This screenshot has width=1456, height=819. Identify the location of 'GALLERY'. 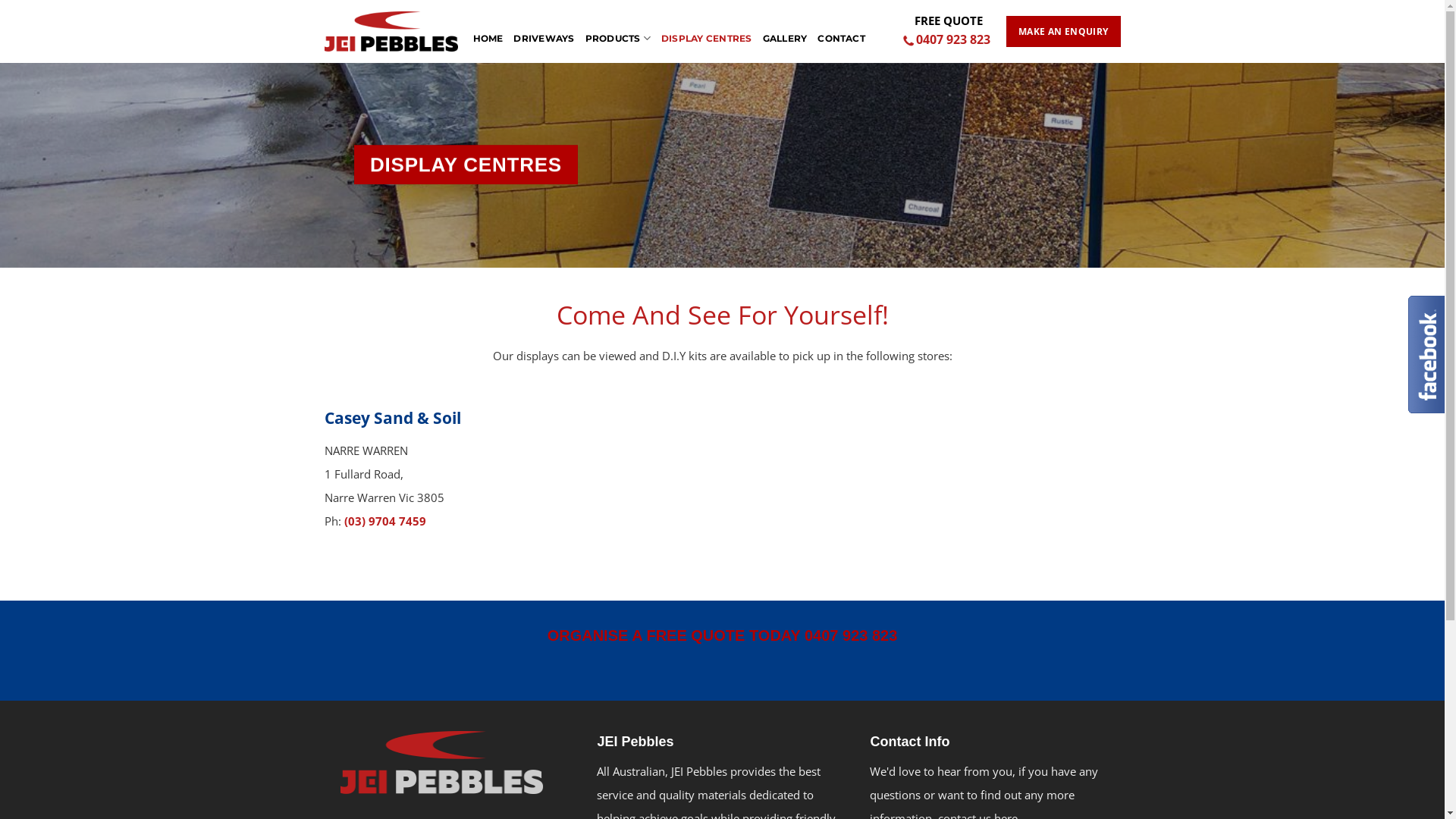
(785, 30).